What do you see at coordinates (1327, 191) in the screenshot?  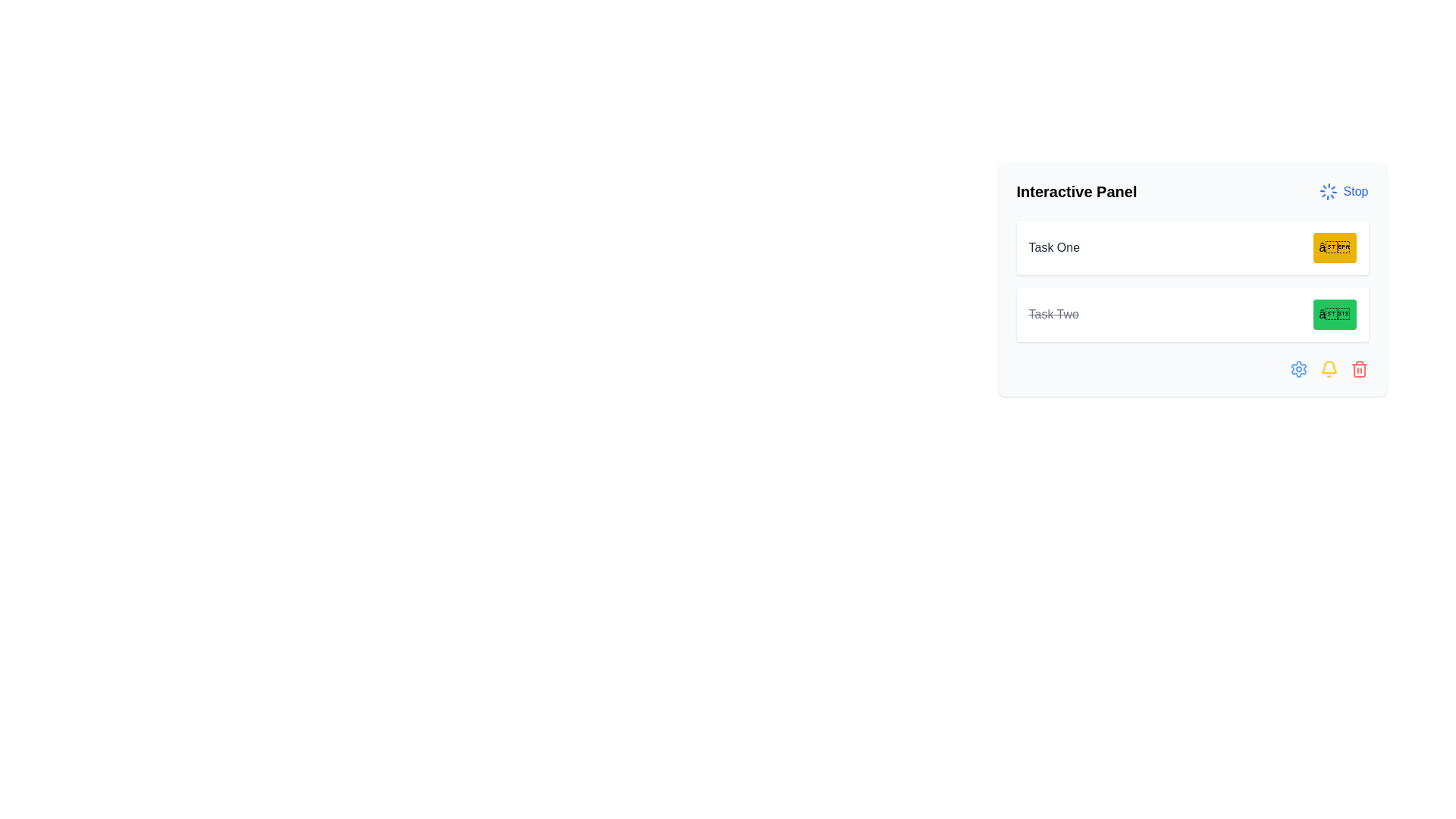 I see `the animation of the blue spinning loader icon located at the top-right of the Interactive Panel, next to the 'Stop' text label` at bounding box center [1327, 191].